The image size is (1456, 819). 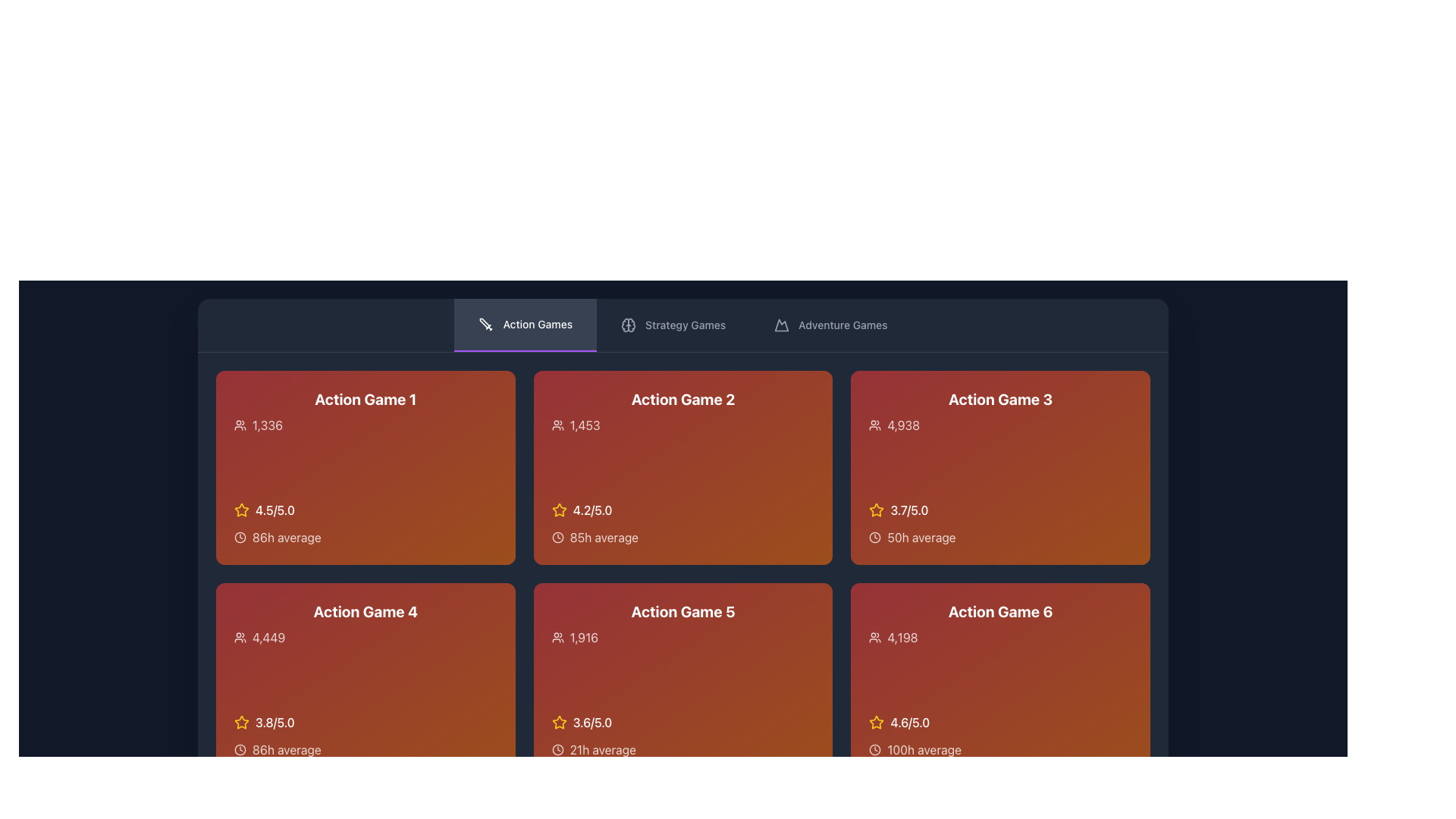 What do you see at coordinates (682, 679) in the screenshot?
I see `the game summary card located in the second row, center column of the Action Games category` at bounding box center [682, 679].